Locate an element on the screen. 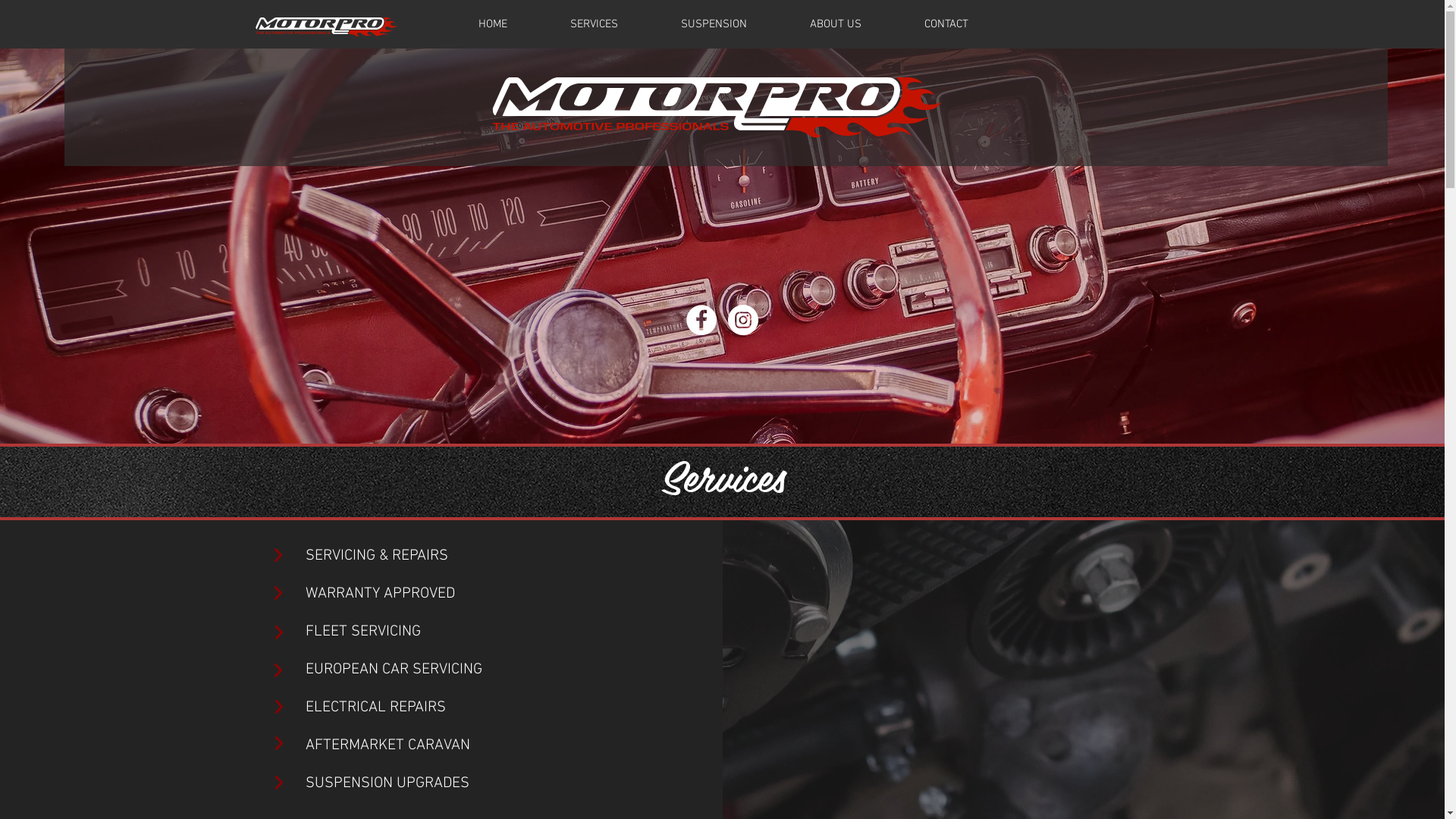 The width and height of the screenshot is (1456, 819). 'ABOUT US' is located at coordinates (834, 24).